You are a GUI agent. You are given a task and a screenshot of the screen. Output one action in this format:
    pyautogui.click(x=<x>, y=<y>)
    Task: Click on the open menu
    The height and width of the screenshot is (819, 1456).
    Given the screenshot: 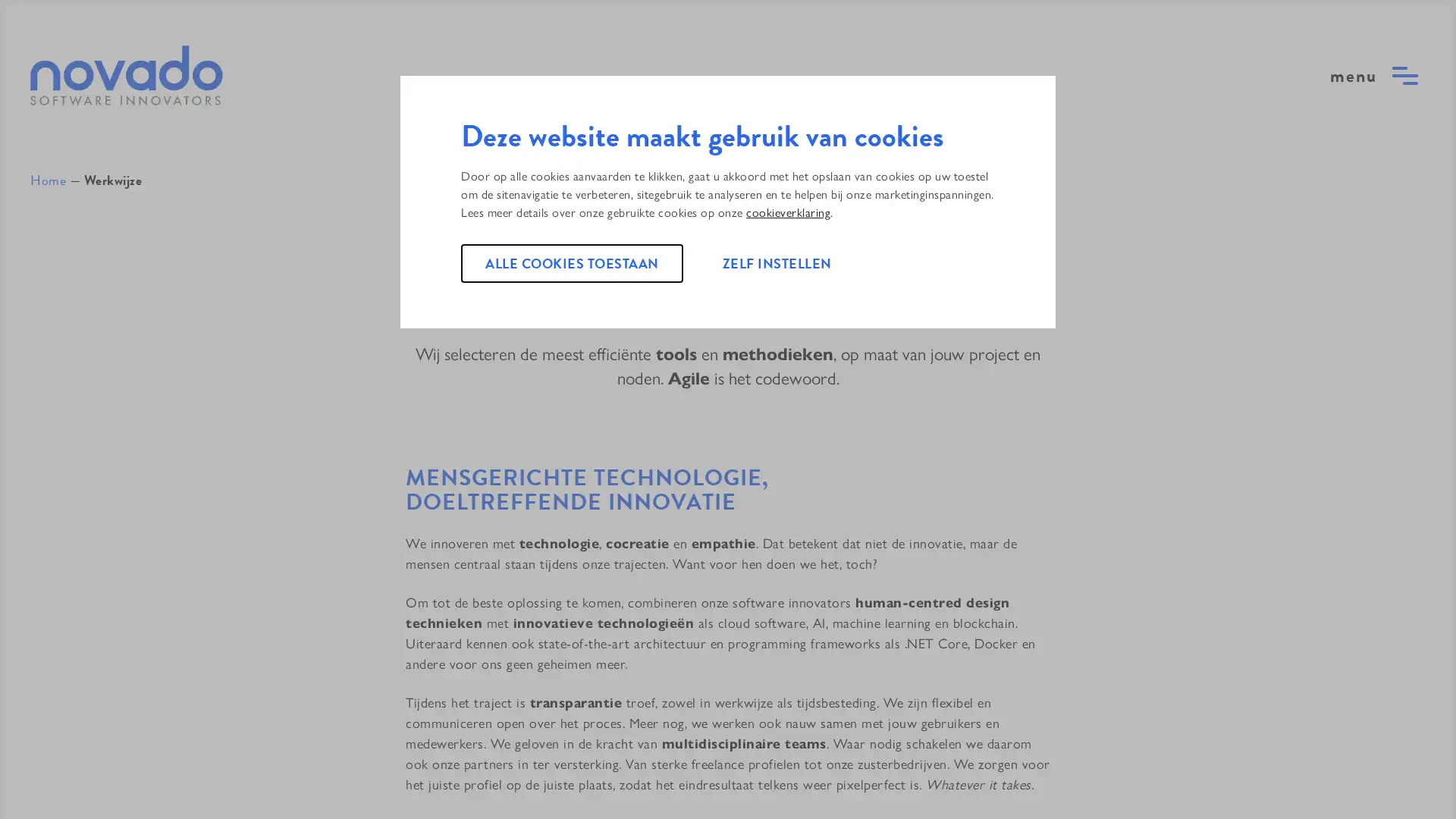 What is the action you would take?
    pyautogui.click(x=1373, y=76)
    